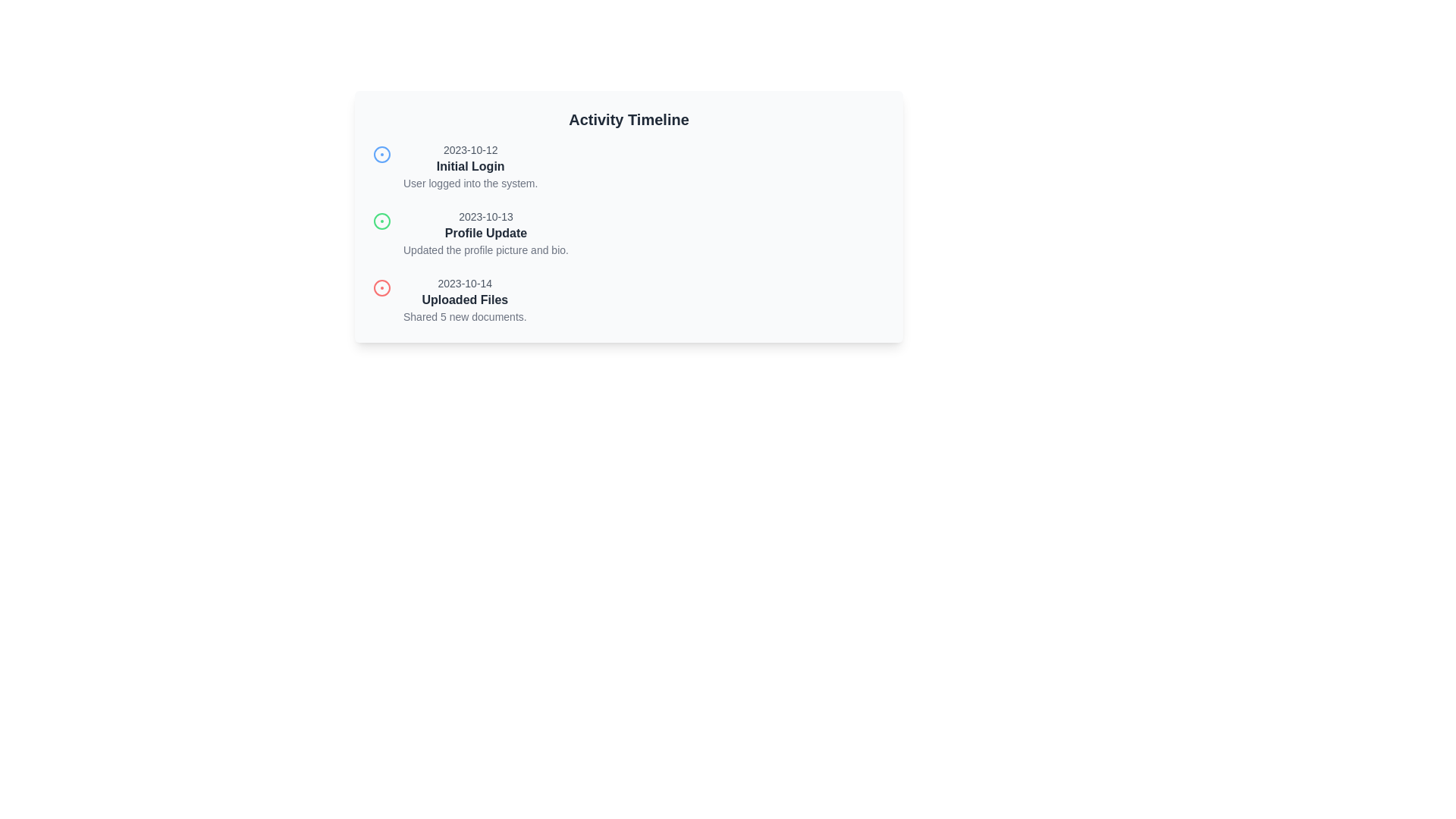 The height and width of the screenshot is (819, 1456). Describe the element at coordinates (382, 288) in the screenshot. I see `the appearance of the circular red icon located to the left of the 'Uploaded Files' text in the timeline for '2023-10-14'` at that location.